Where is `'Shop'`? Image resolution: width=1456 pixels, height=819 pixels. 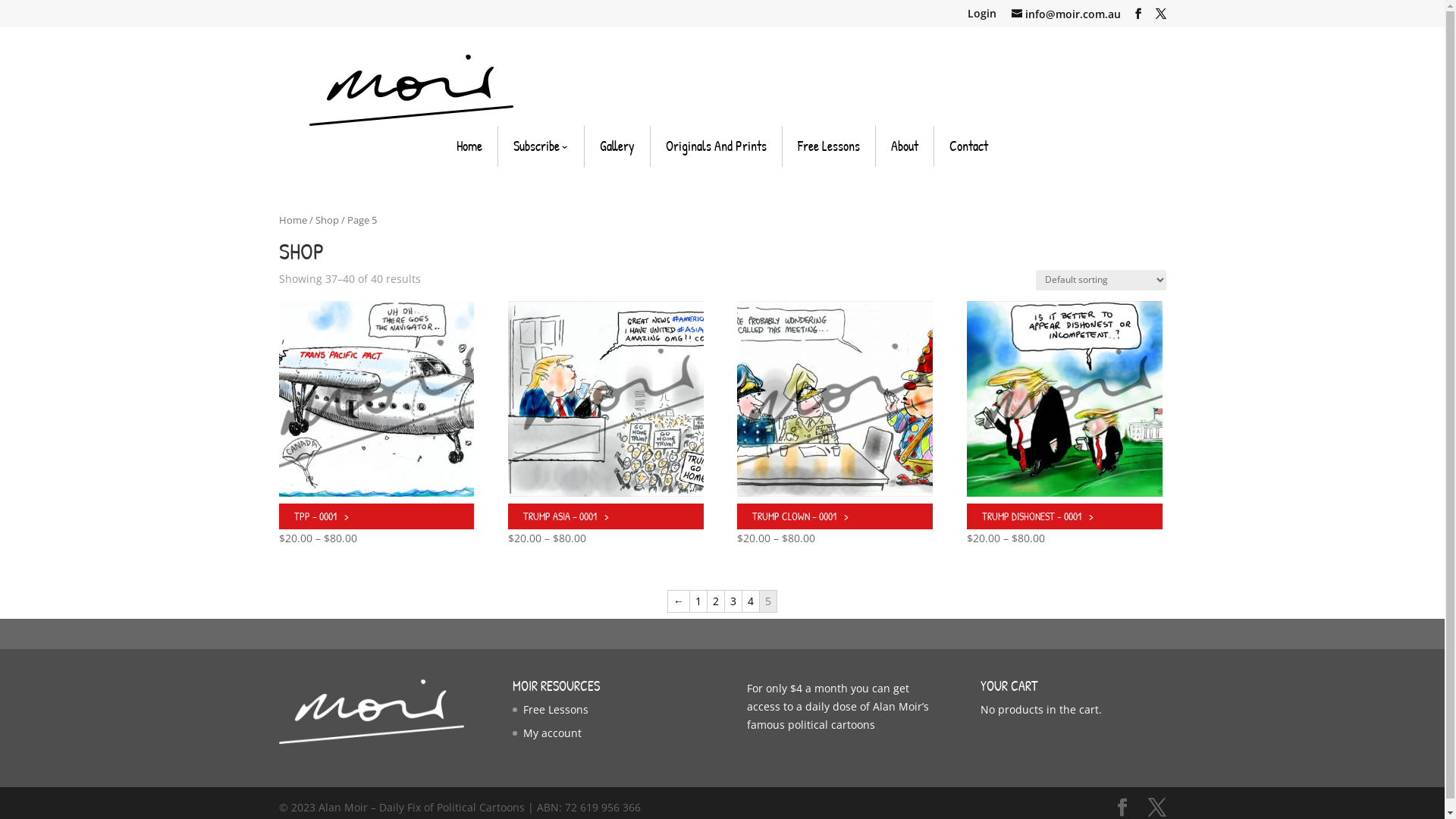
'Shop' is located at coordinates (315, 219).